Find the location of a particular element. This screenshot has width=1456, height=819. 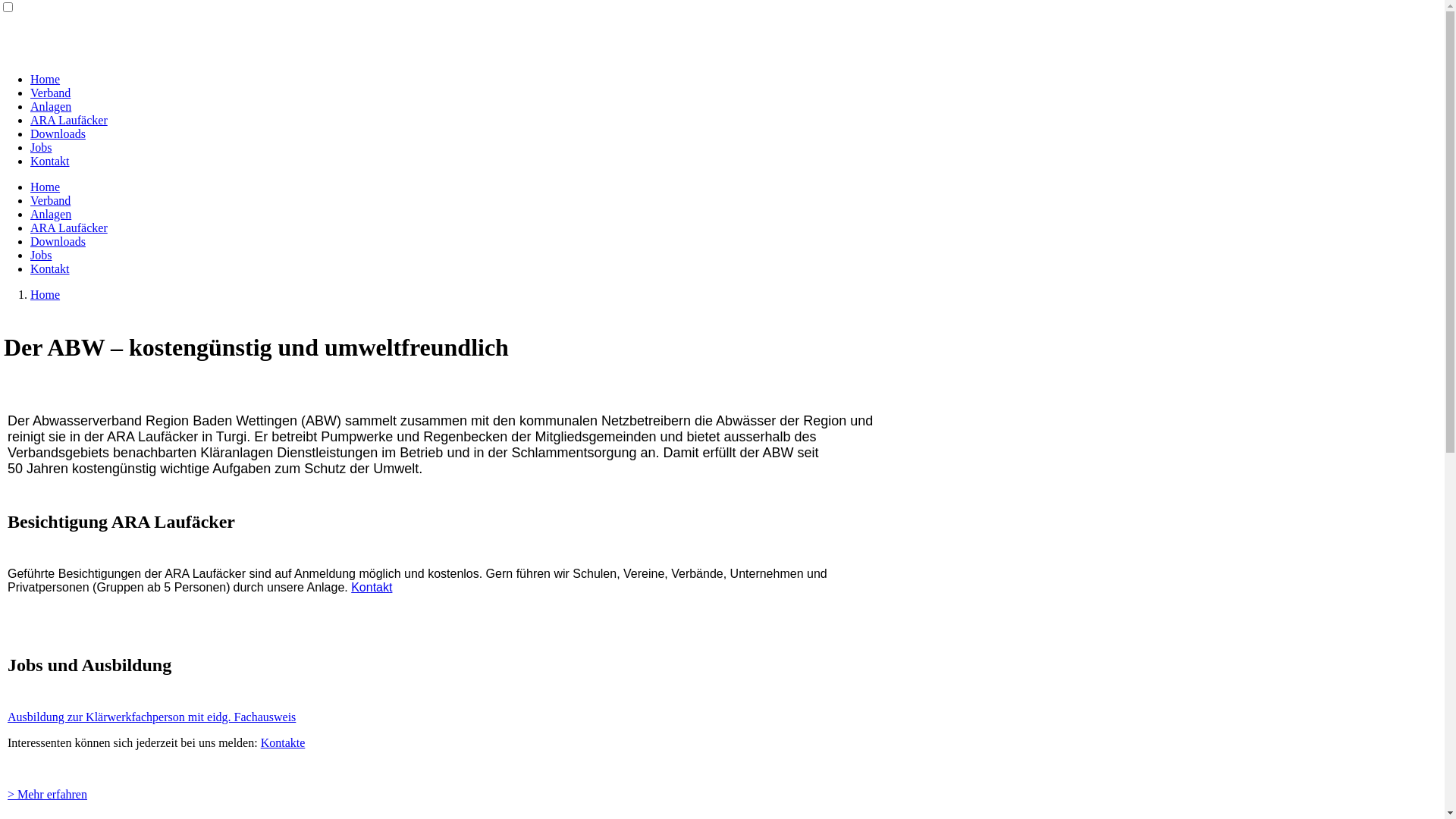

'Kontakte' is located at coordinates (283, 741).